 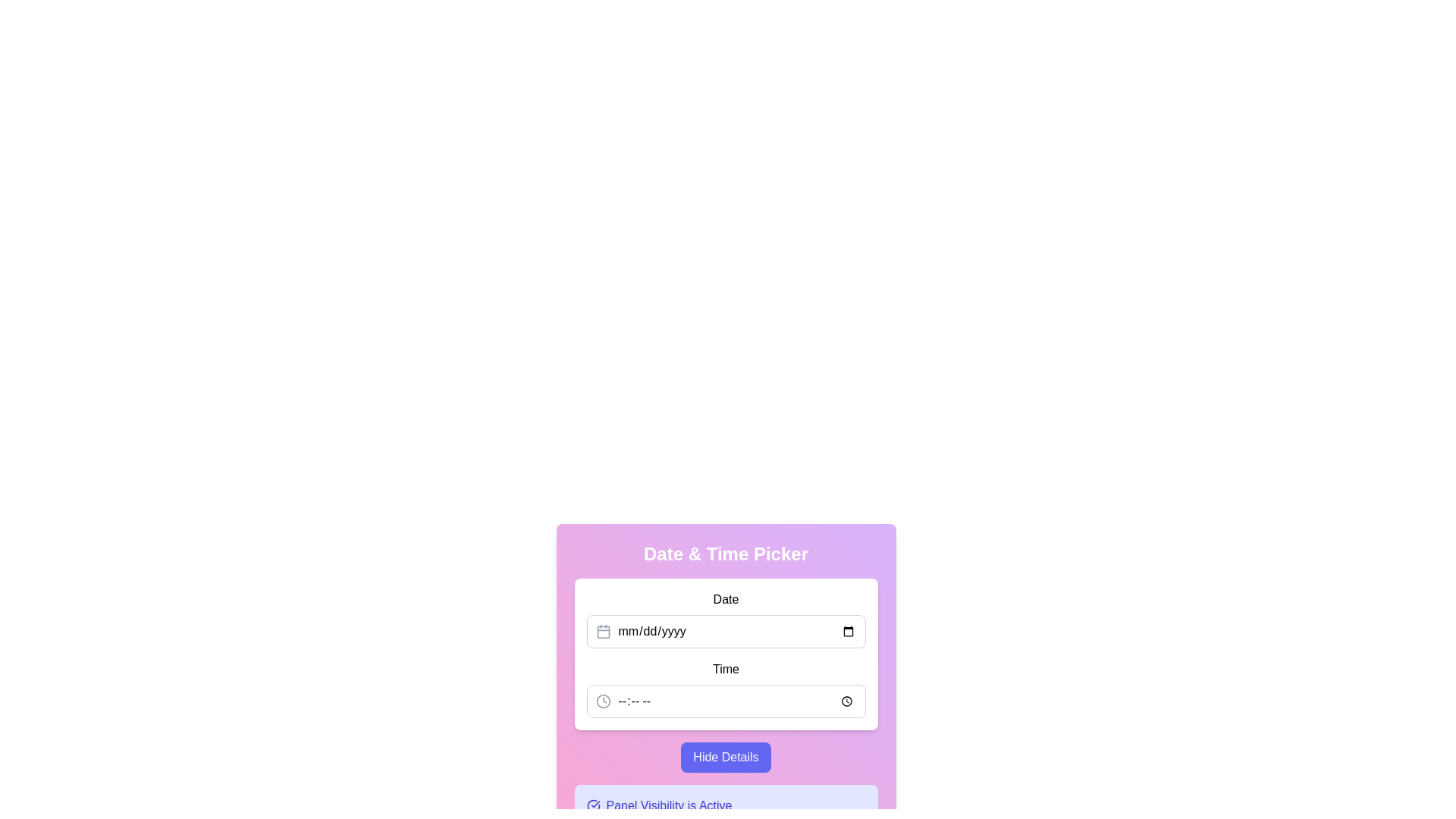 What do you see at coordinates (602, 701) in the screenshot?
I see `the input field associated with the clock icon` at bounding box center [602, 701].